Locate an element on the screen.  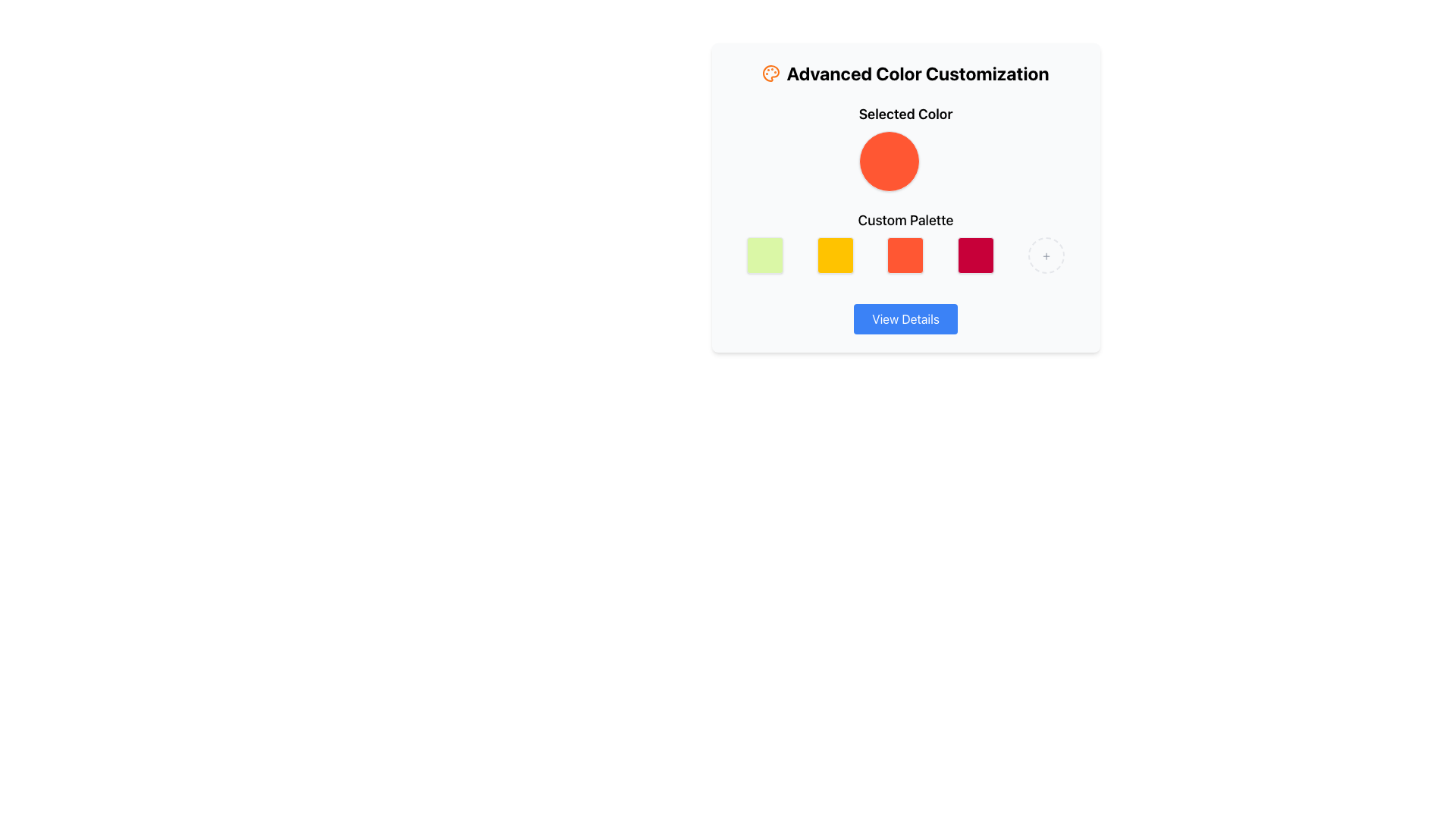
the color indicator label located centrally below the heading 'Advanced Color Customization' and above the 'Custom Palette' section is located at coordinates (905, 148).